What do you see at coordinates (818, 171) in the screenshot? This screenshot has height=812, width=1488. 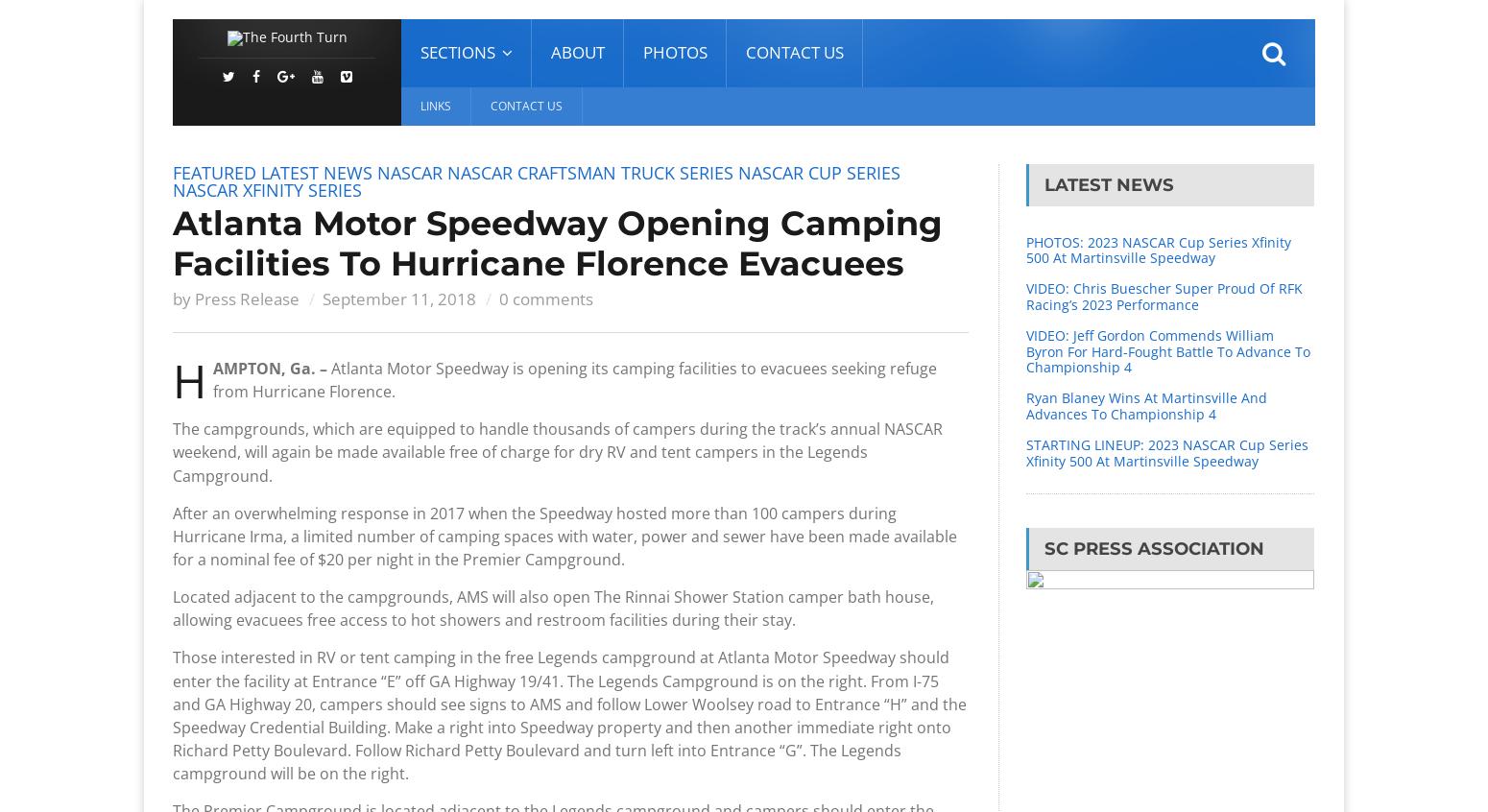 I see `'NASCAR Cup Series'` at bounding box center [818, 171].